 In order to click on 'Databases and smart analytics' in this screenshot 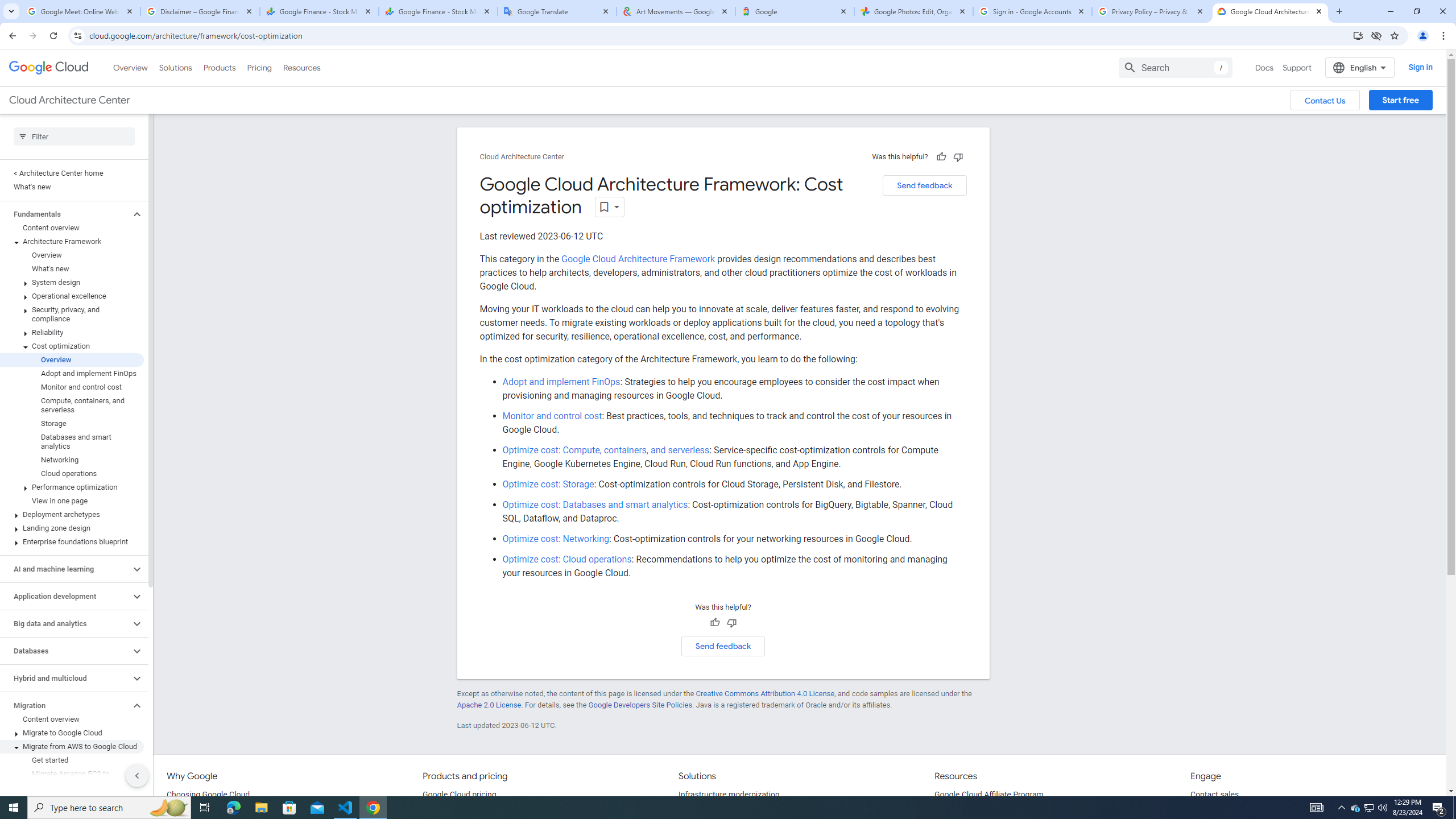, I will do `click(72, 441)`.